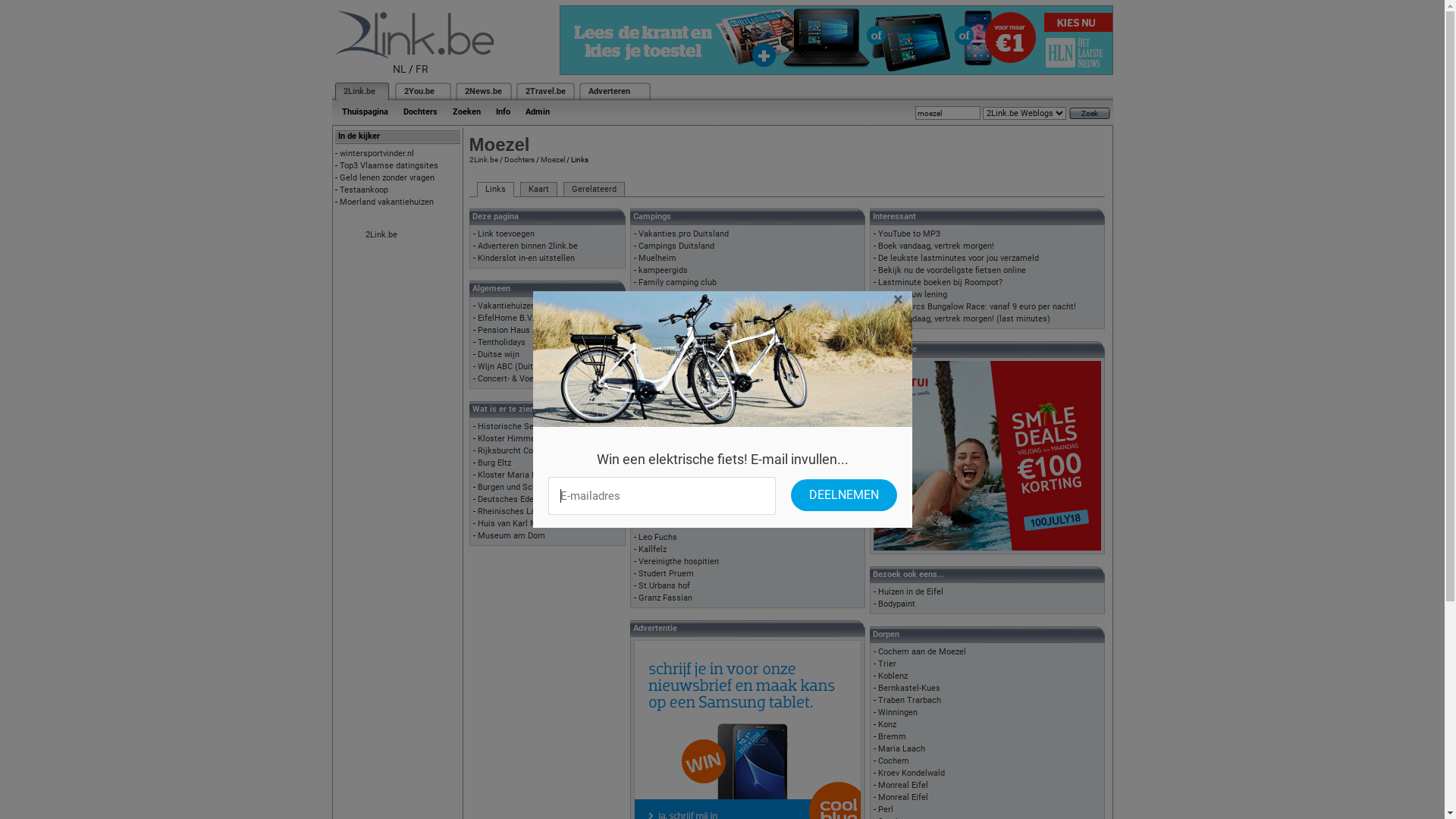 This screenshot has height=819, width=1456. I want to click on 'Konz', so click(887, 723).